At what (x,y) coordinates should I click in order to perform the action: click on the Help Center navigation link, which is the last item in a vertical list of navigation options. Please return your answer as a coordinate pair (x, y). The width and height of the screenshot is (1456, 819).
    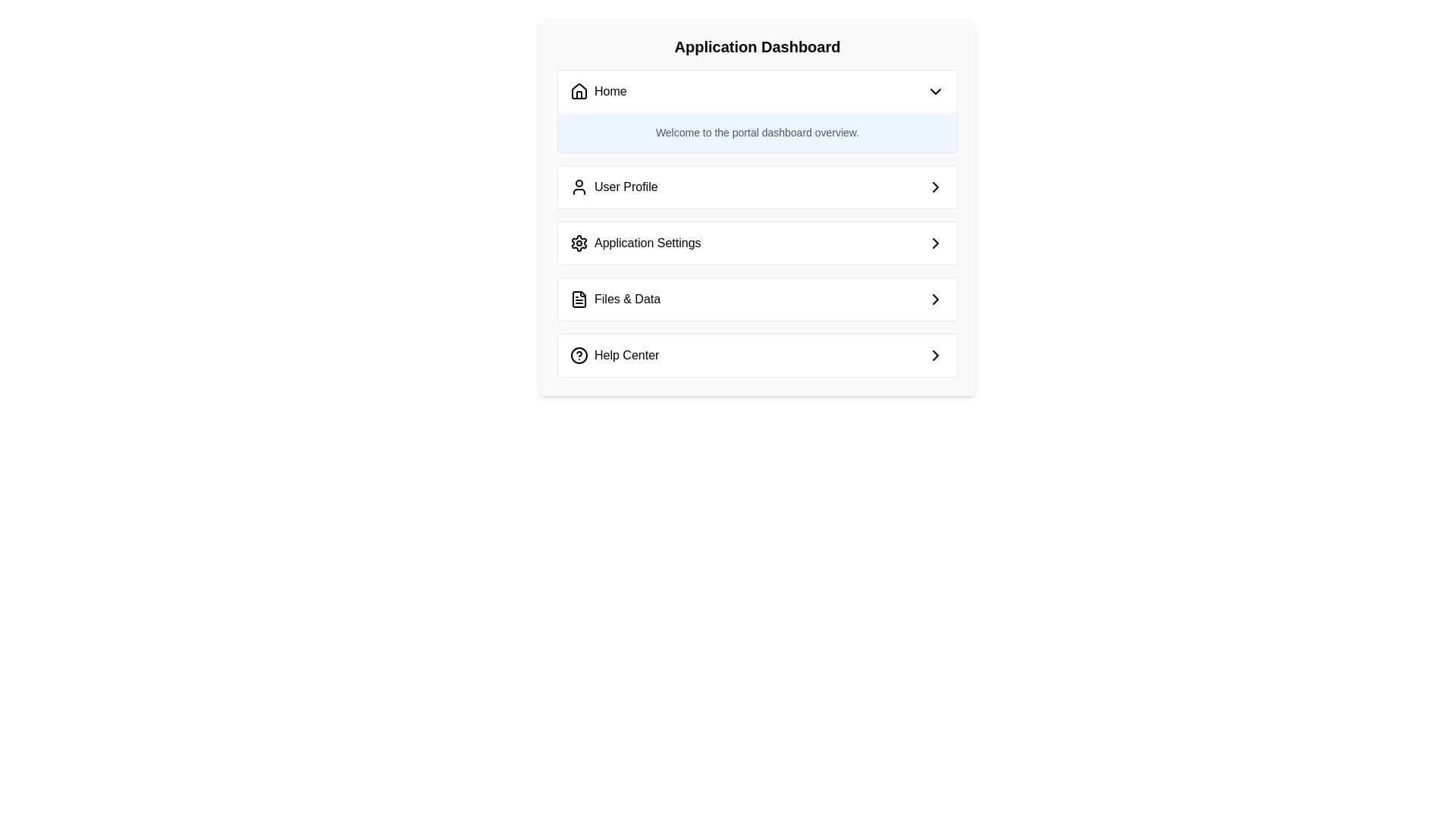
    Looking at the image, I should click on (757, 356).